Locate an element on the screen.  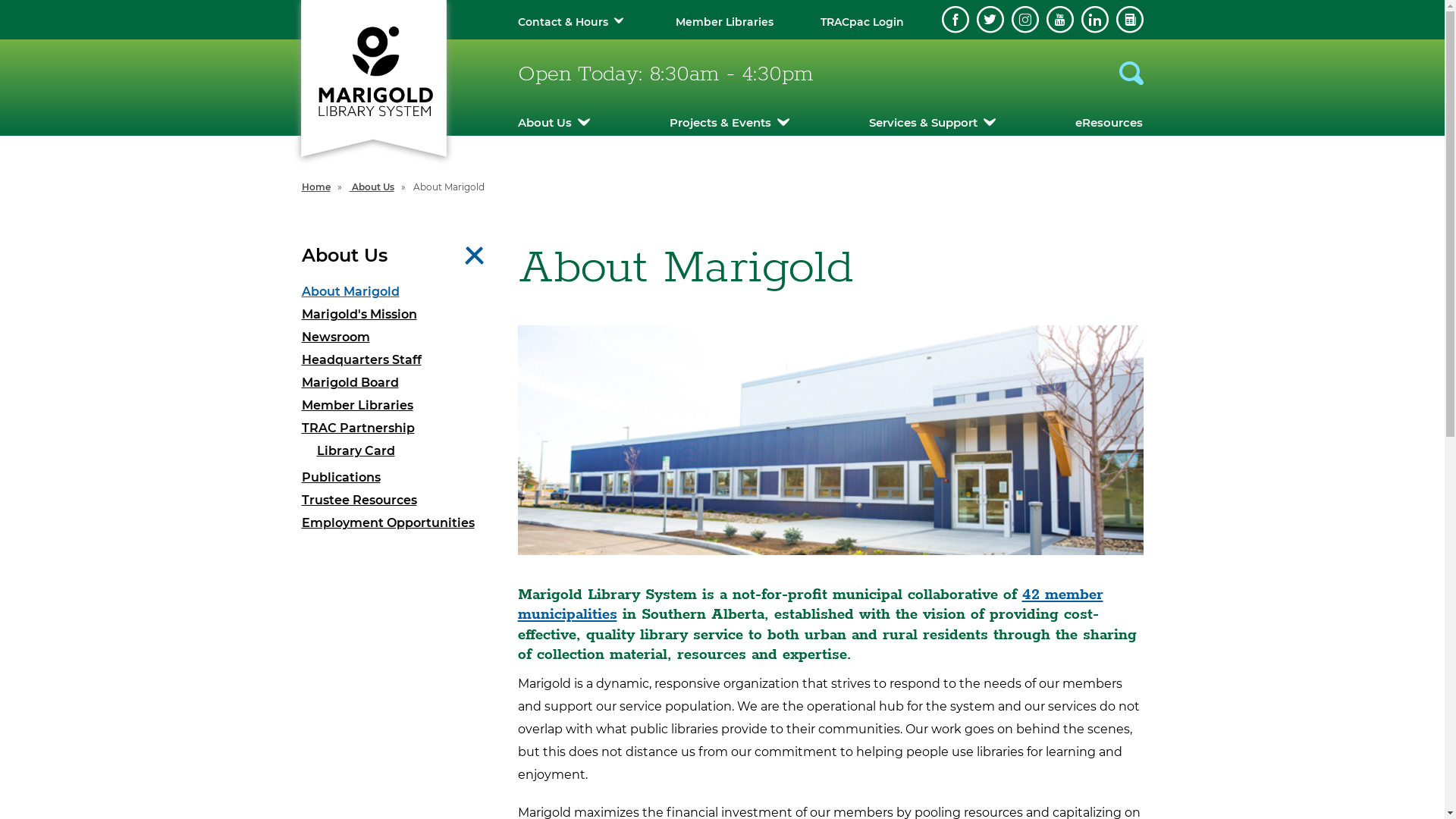
'Newsletter sign up' is located at coordinates (1129, 20).